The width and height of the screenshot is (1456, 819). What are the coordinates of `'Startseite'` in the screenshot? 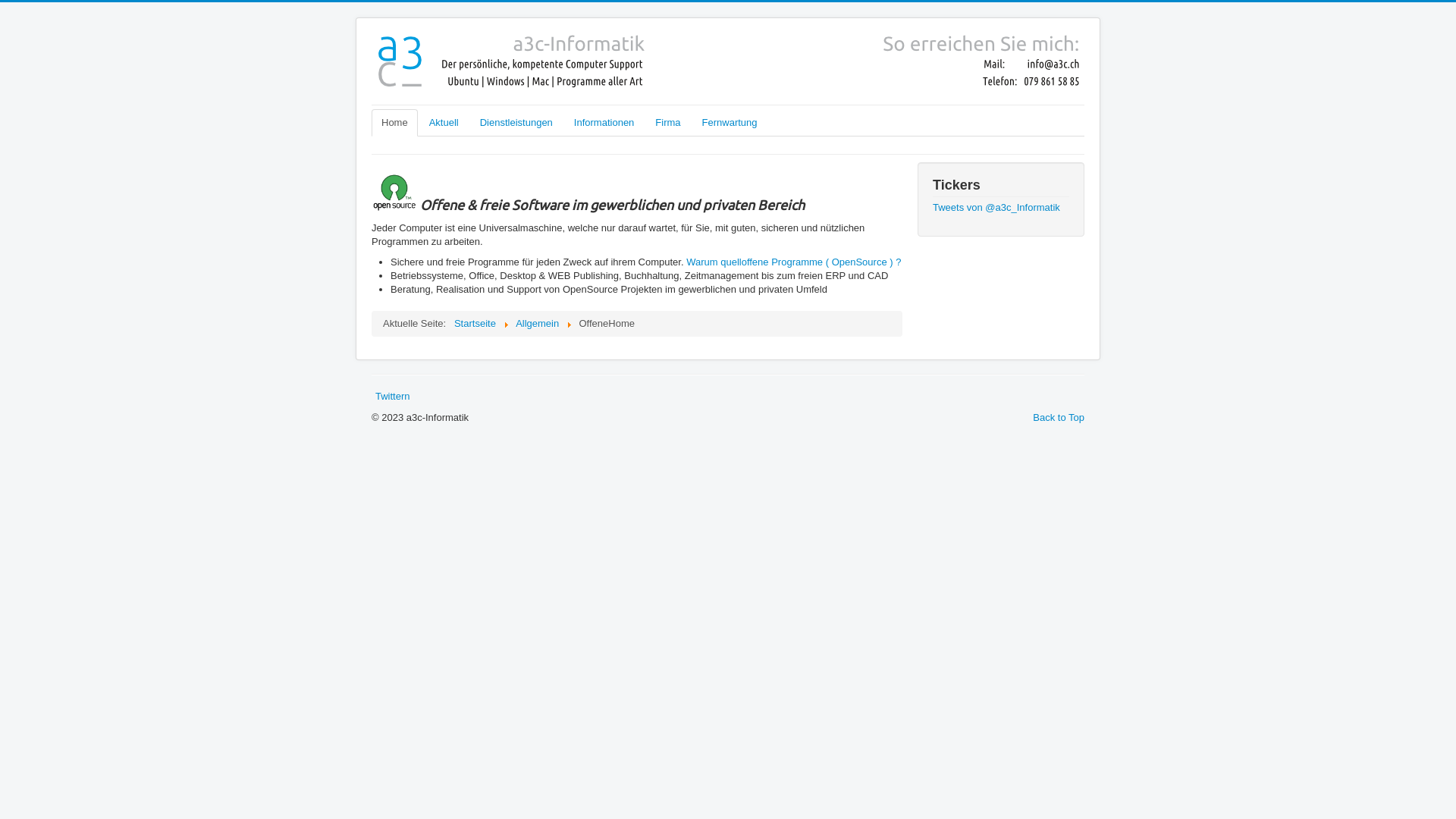 It's located at (474, 322).